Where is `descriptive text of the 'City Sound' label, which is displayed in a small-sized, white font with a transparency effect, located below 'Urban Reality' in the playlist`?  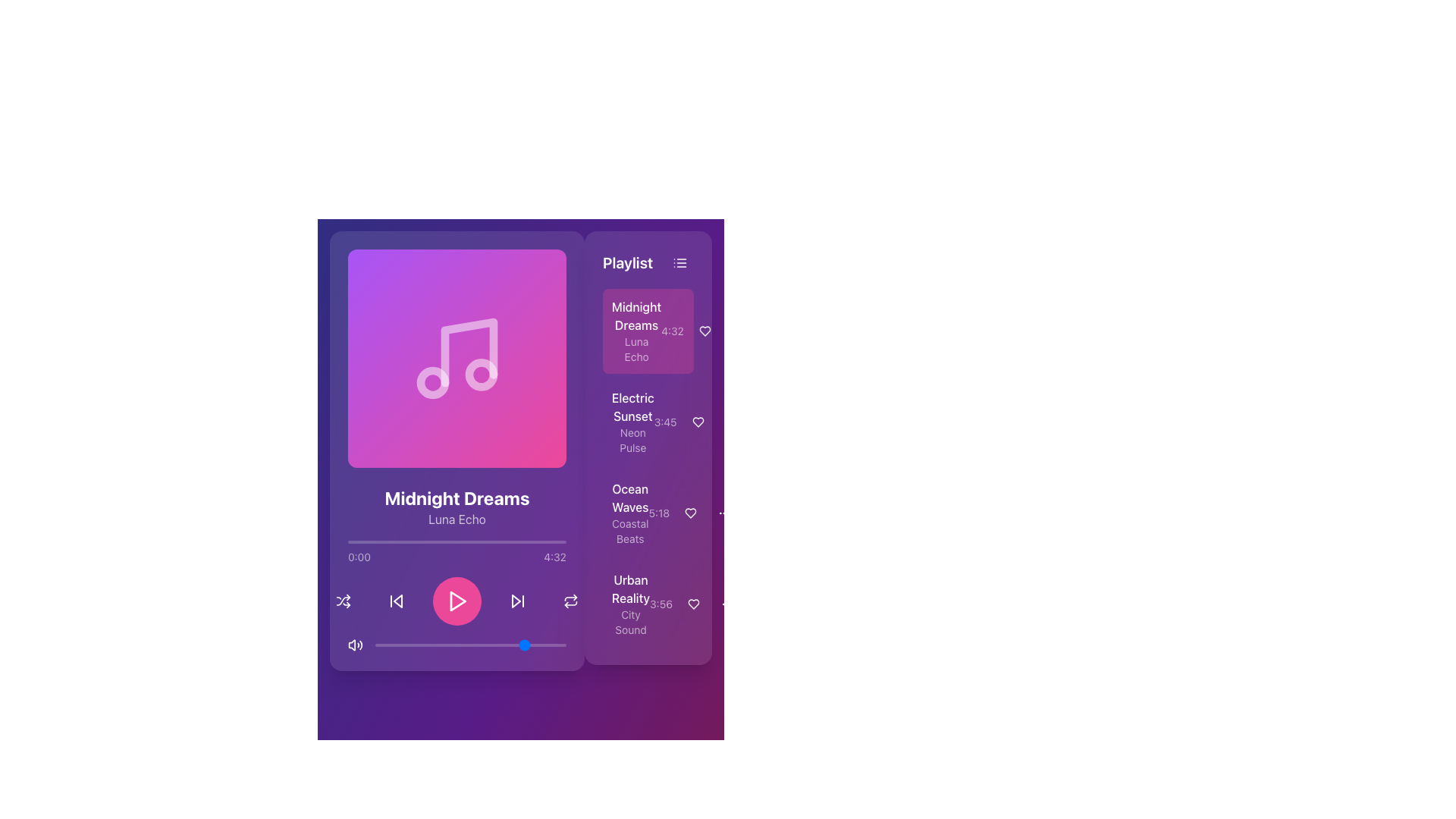
descriptive text of the 'City Sound' label, which is displayed in a small-sized, white font with a transparency effect, located below 'Urban Reality' in the playlist is located at coordinates (630, 623).